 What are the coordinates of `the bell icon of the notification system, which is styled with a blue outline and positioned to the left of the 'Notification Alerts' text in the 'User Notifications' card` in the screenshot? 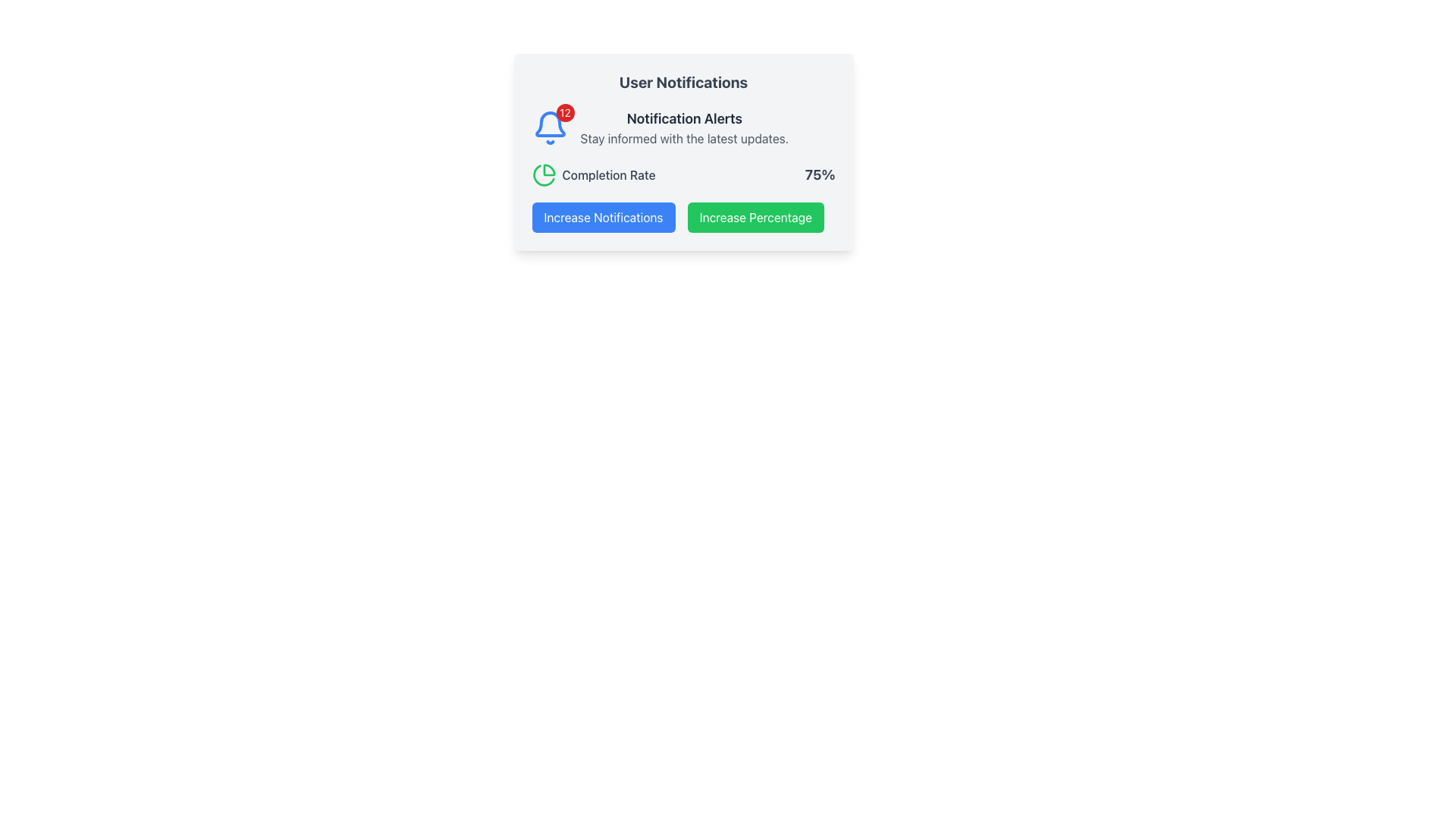 It's located at (549, 124).